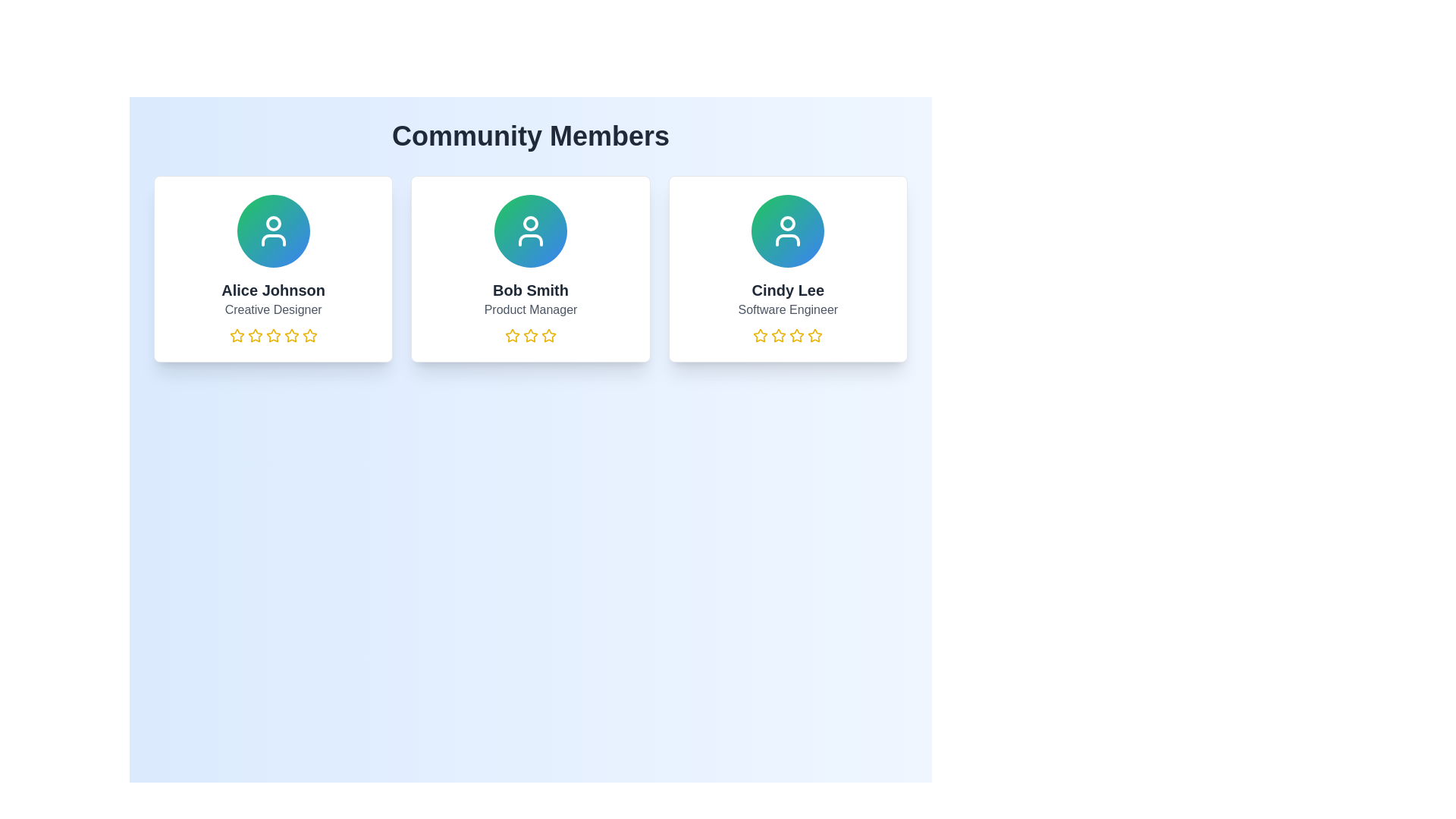 The image size is (1456, 819). Describe the element at coordinates (273, 223) in the screenshot. I see `the Circle (SVG) that represents the head in the avatar illustration of Alice Johnson's profile card within the Community Members section` at that location.